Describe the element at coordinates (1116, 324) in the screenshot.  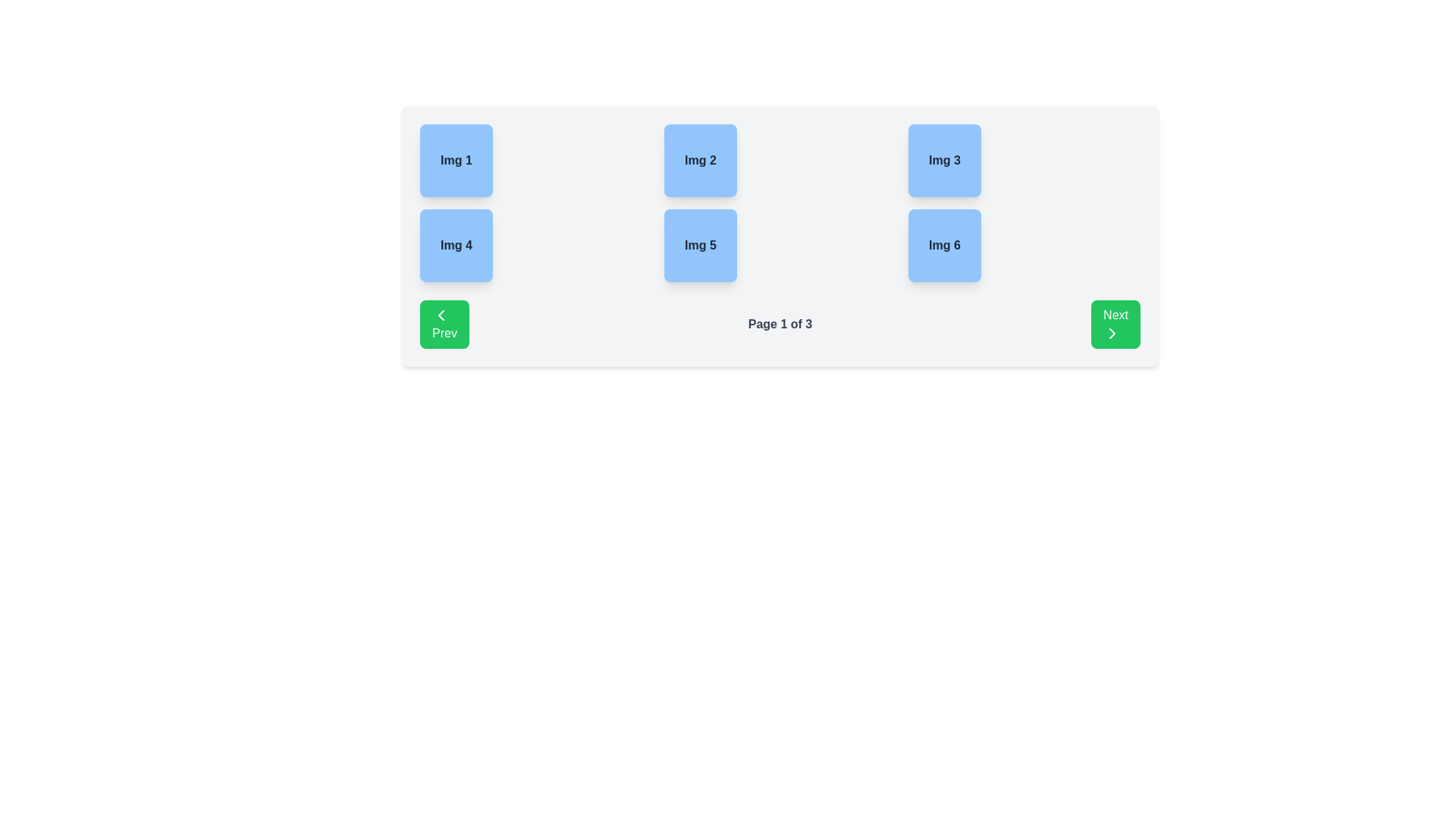
I see `the 'Next' button with a green background and rounded corners` at that location.